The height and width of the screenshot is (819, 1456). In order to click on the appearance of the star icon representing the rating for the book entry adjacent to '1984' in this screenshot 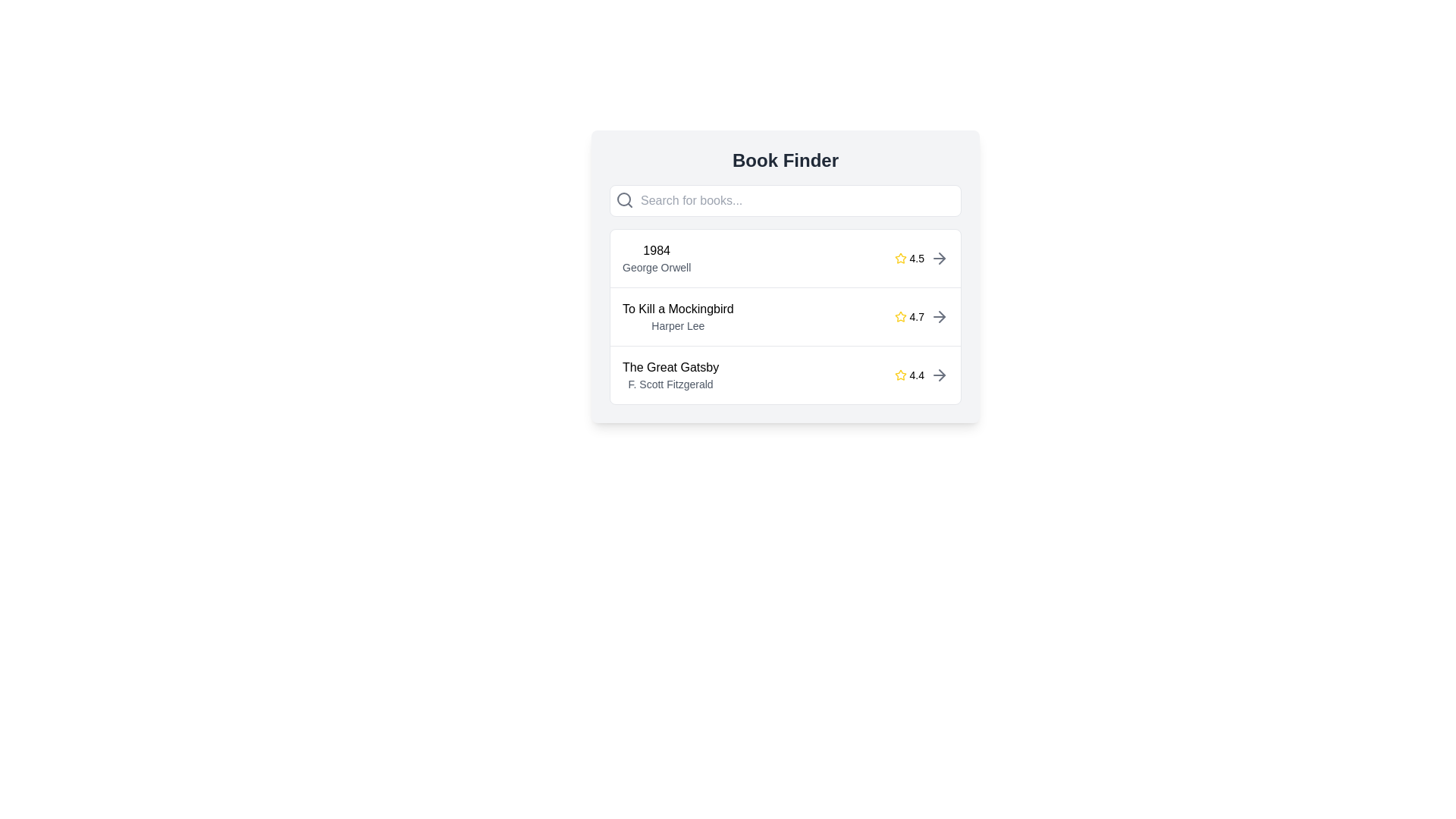, I will do `click(900, 375)`.